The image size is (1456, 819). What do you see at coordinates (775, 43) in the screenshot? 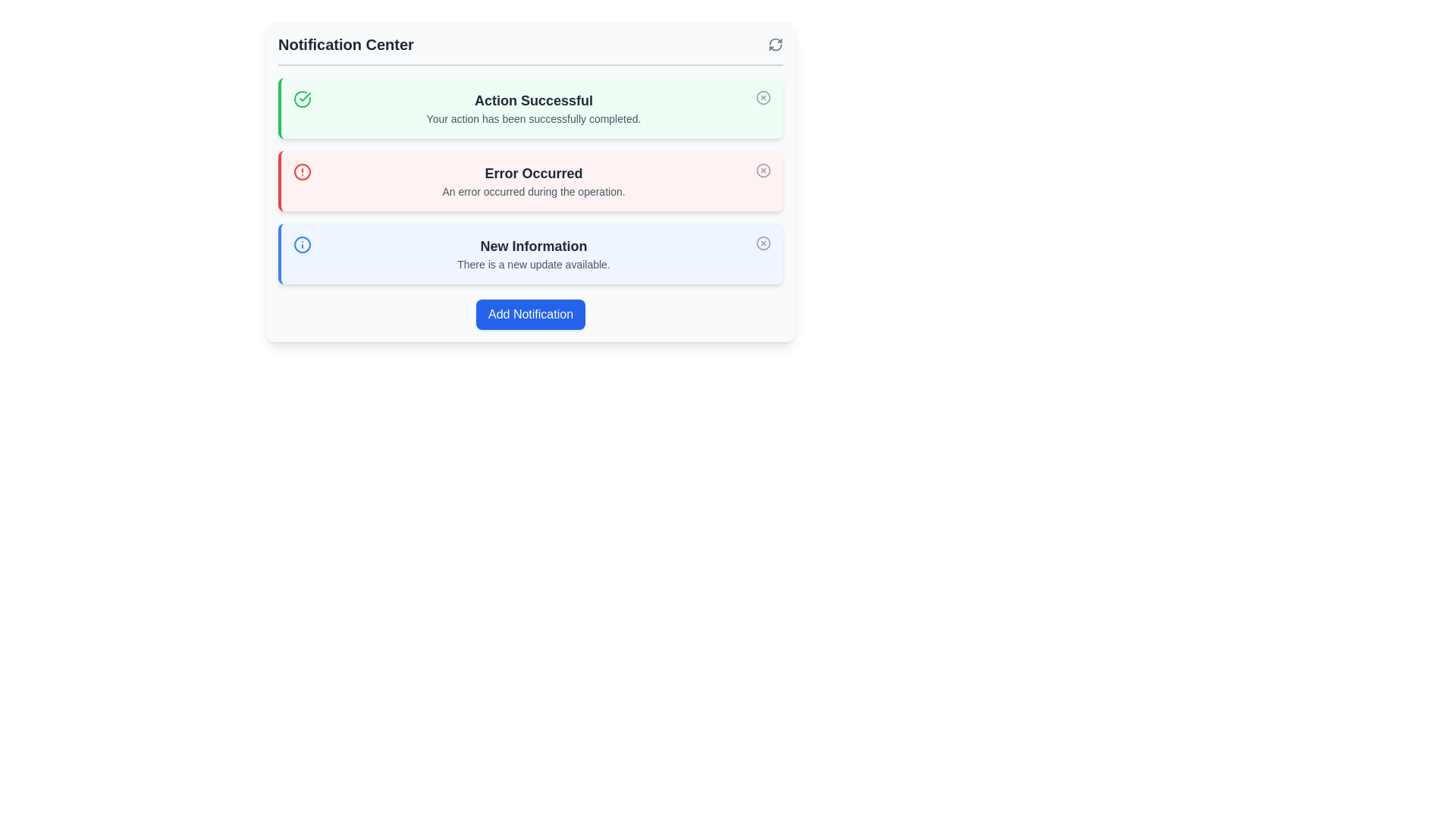
I see `the refresh button located in the top-right corner of the 'Notification Center'` at bounding box center [775, 43].